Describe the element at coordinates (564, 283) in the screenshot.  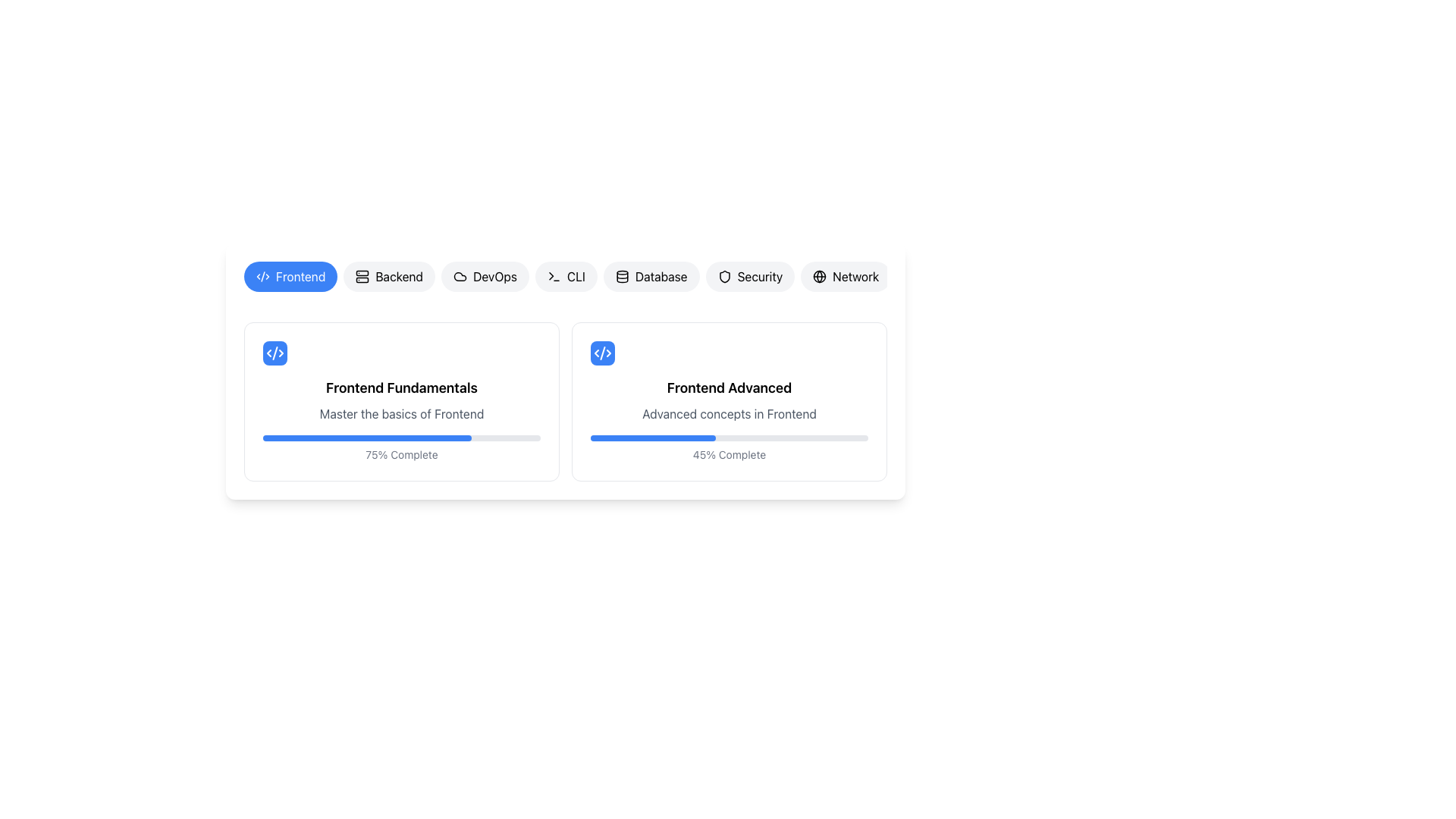
I see `the category in the horizontal menu bar that includes items like 'Frontend', 'Backend', or 'CLI'` at that location.